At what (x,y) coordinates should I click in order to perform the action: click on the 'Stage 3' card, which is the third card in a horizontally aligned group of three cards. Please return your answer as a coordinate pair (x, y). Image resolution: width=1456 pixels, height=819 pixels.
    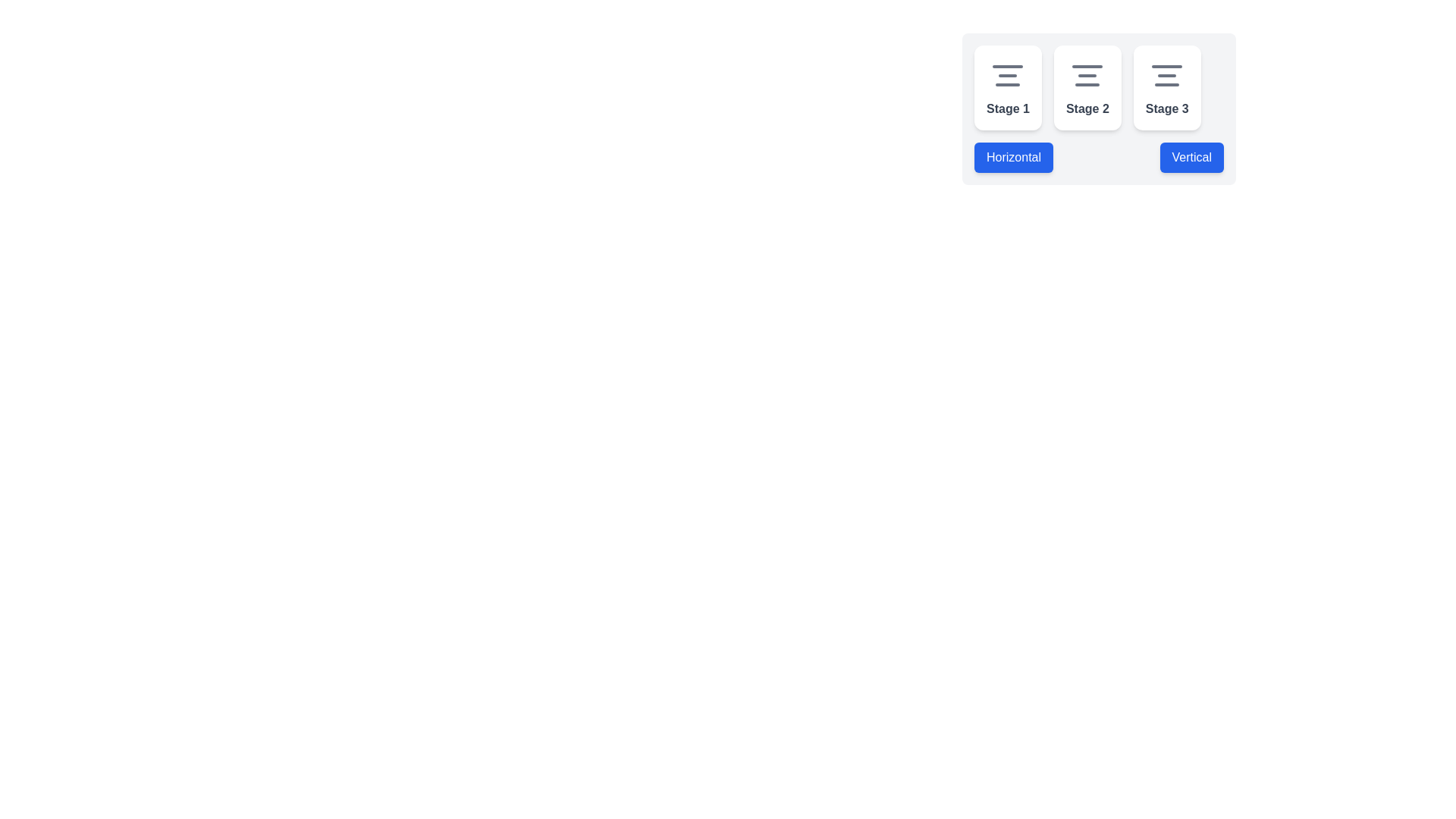
    Looking at the image, I should click on (1166, 87).